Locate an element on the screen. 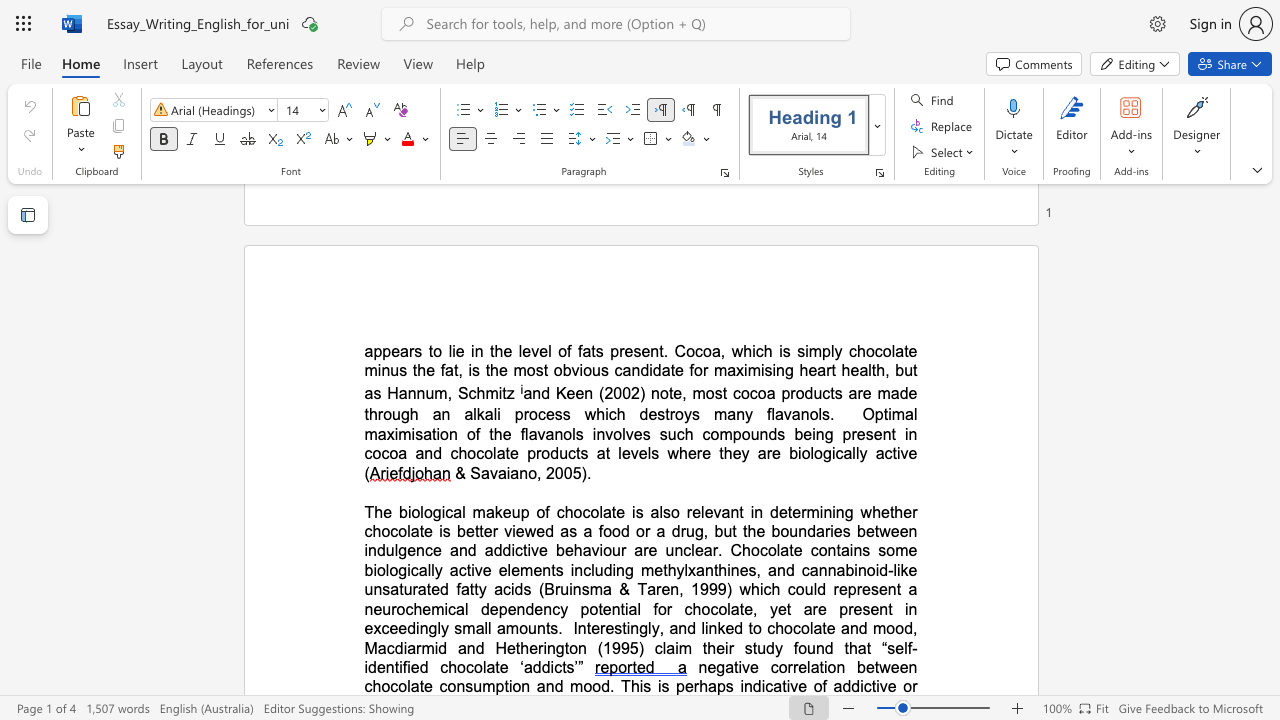 This screenshot has width=1280, height=720. the subset text "tion between chocolate cons" within the text "negative correlation between chocolate consumption and mood. This is" is located at coordinates (819, 667).